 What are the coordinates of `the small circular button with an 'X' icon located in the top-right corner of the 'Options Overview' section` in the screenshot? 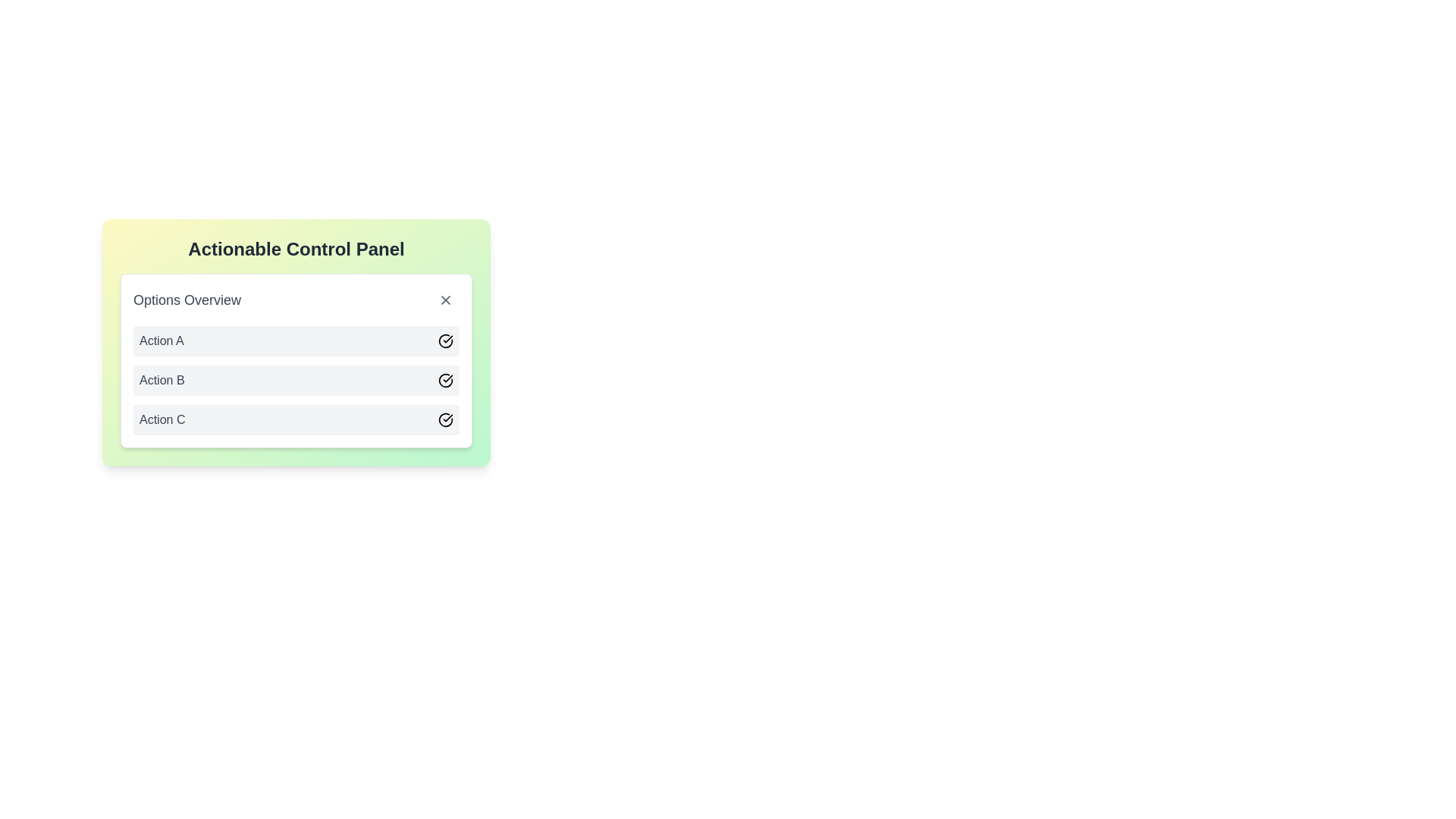 It's located at (445, 300).